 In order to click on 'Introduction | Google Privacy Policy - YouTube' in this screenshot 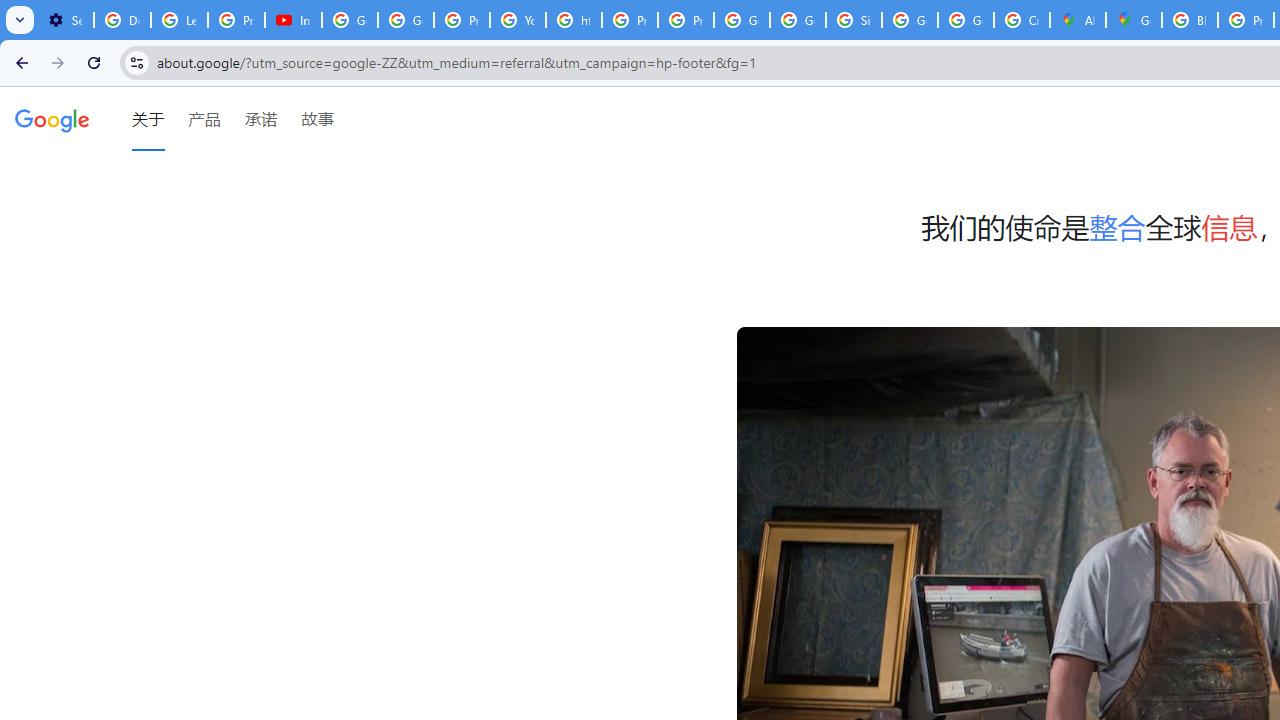, I will do `click(292, 20)`.